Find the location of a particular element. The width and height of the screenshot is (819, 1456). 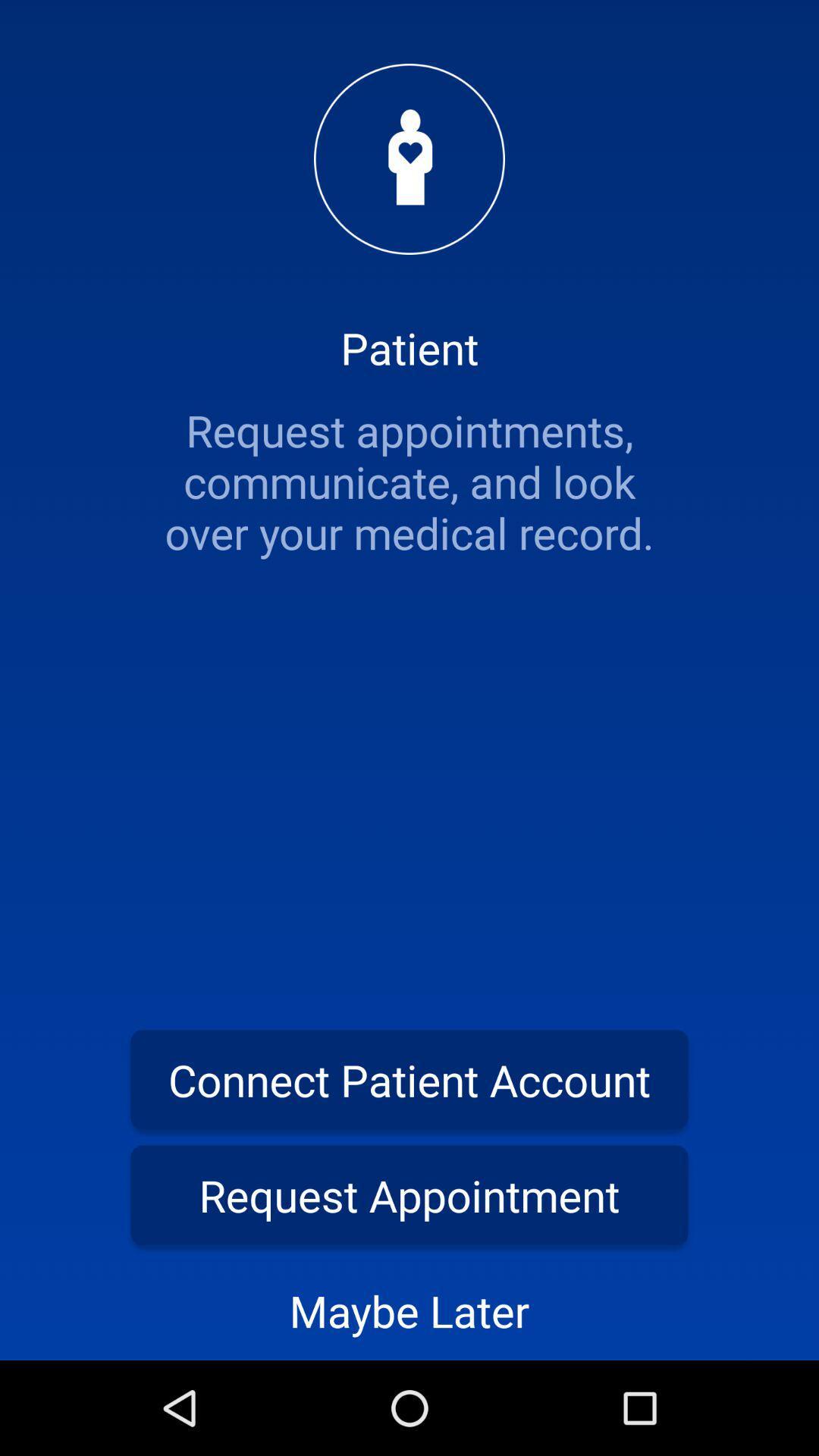

icon below request appointment item is located at coordinates (409, 1310).